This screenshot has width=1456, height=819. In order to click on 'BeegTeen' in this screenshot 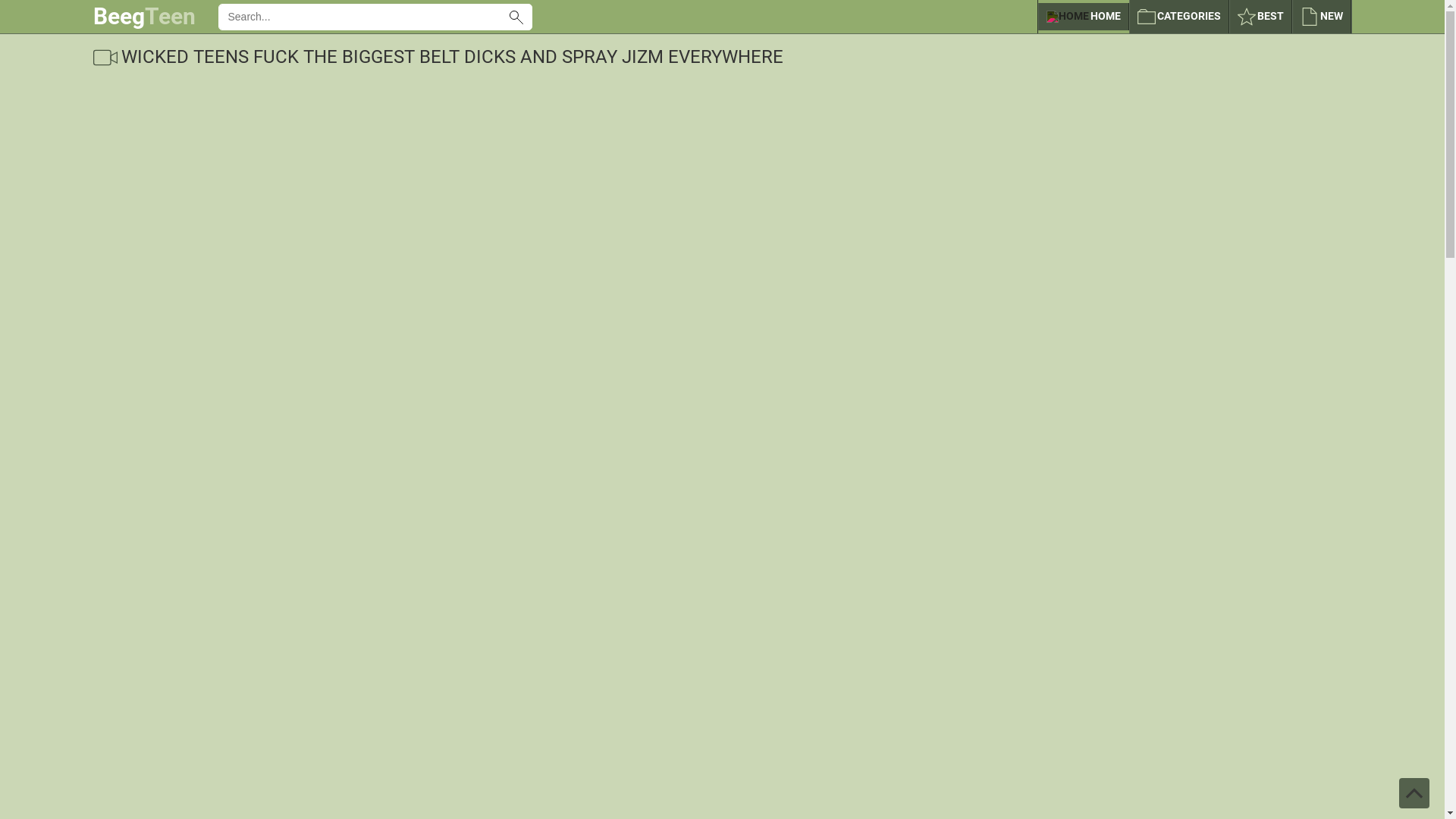, I will do `click(91, 17)`.